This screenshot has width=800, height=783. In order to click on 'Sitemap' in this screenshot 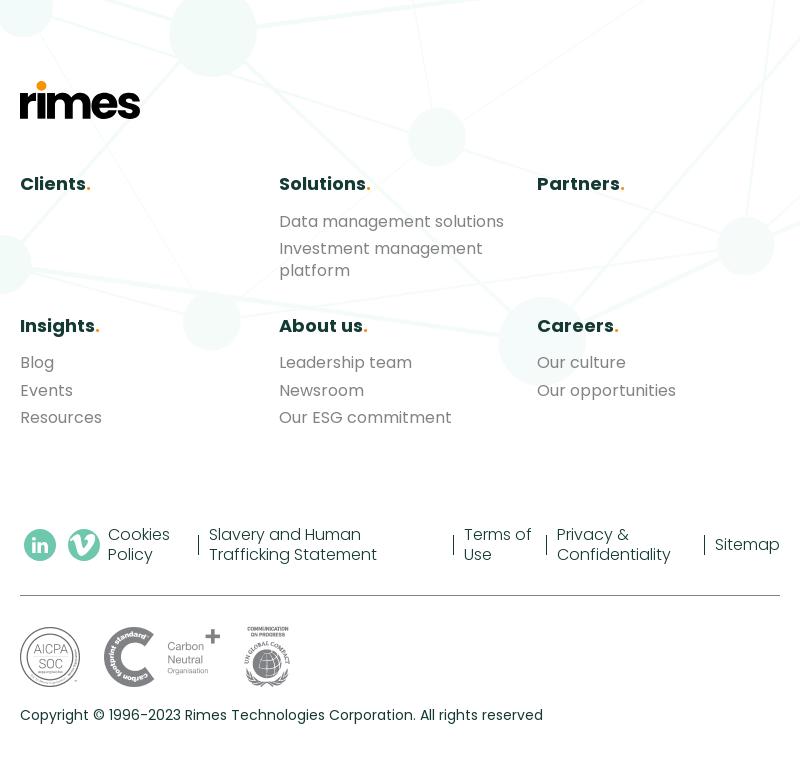, I will do `click(747, 542)`.